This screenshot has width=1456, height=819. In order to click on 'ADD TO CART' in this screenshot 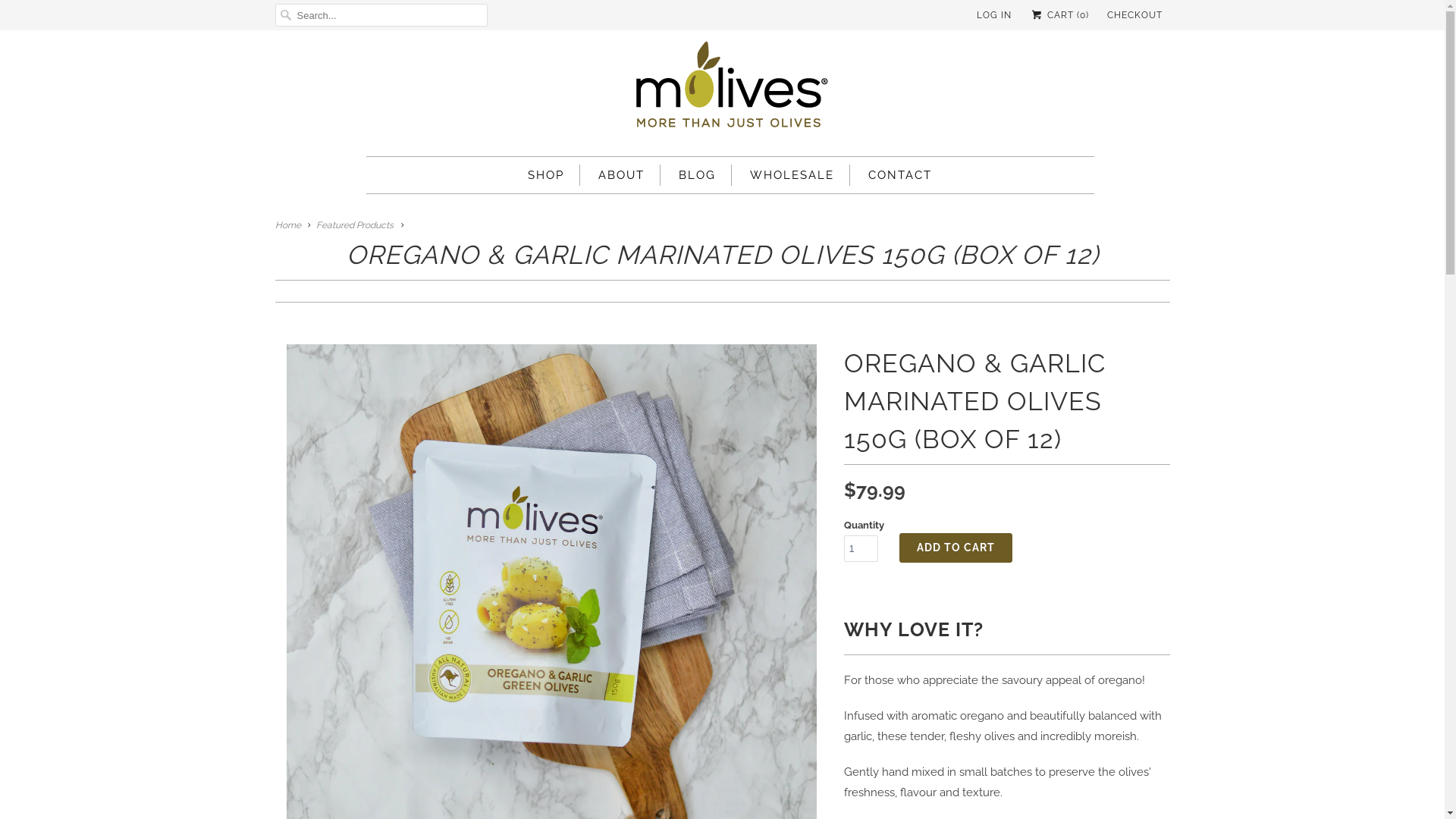, I will do `click(955, 548)`.